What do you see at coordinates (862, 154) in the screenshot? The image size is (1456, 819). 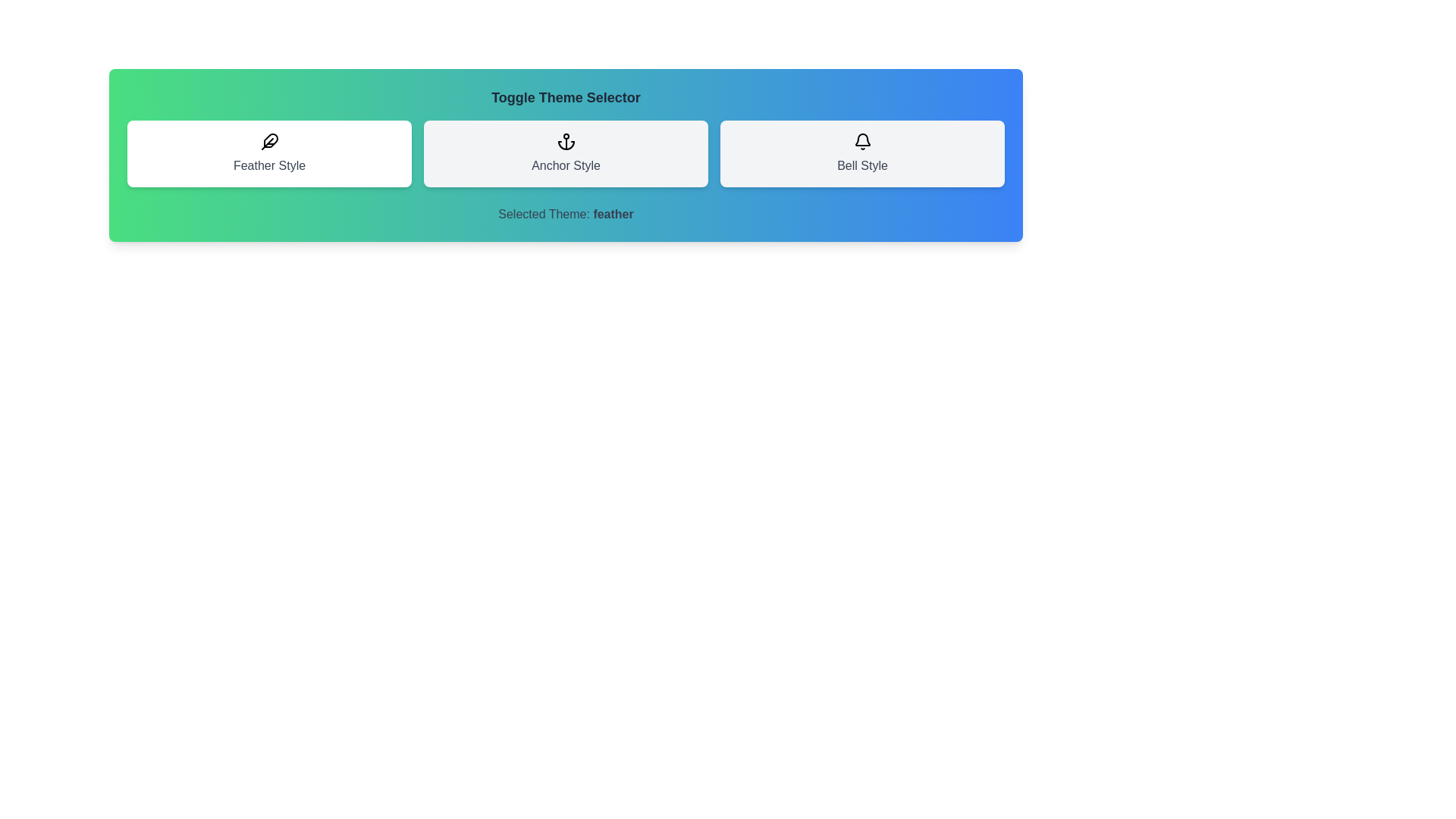 I see `the icon representing Bell Style` at bounding box center [862, 154].